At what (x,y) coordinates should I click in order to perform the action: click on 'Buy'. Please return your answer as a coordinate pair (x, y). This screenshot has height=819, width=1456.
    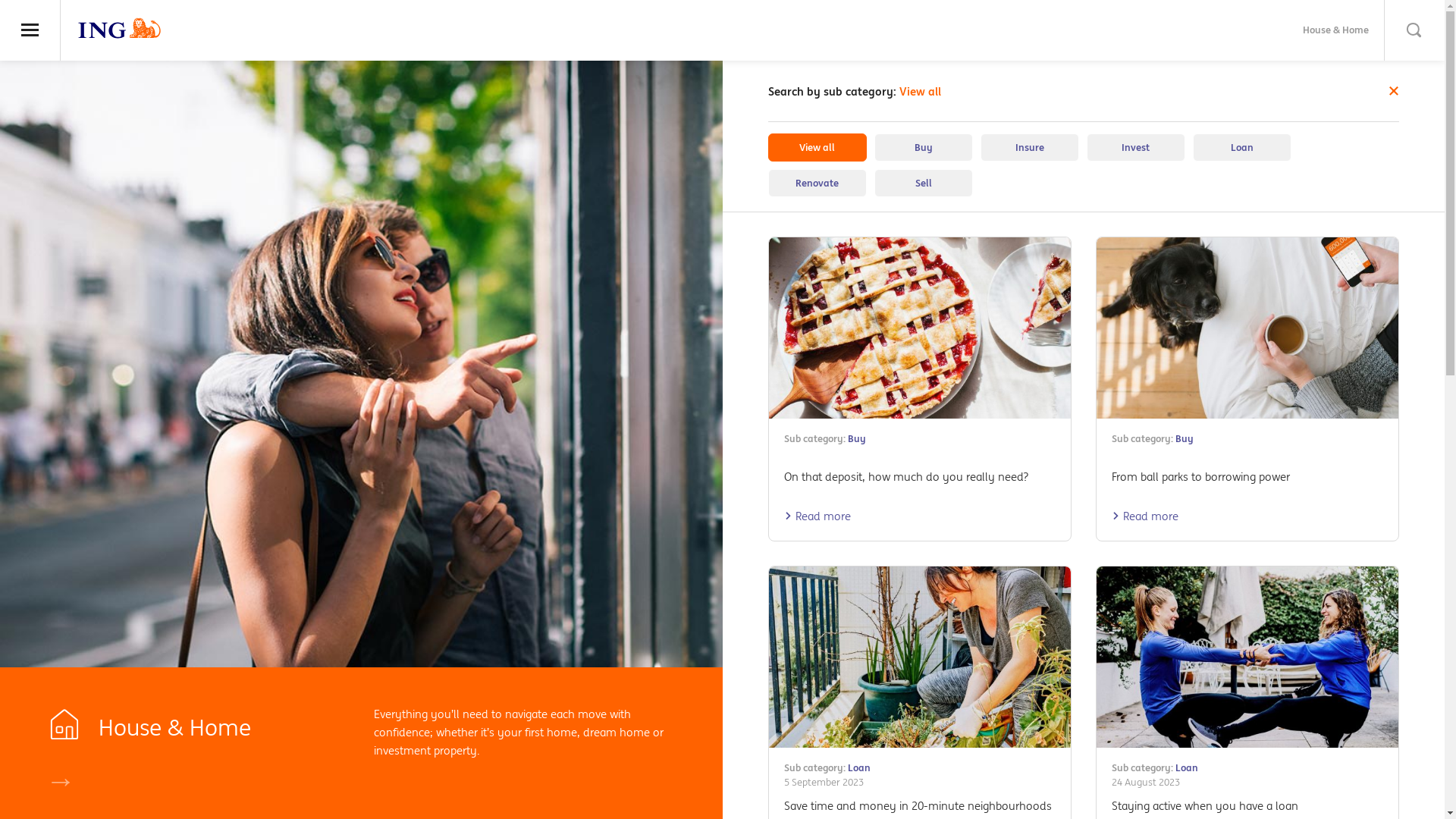
    Looking at the image, I should click on (1183, 438).